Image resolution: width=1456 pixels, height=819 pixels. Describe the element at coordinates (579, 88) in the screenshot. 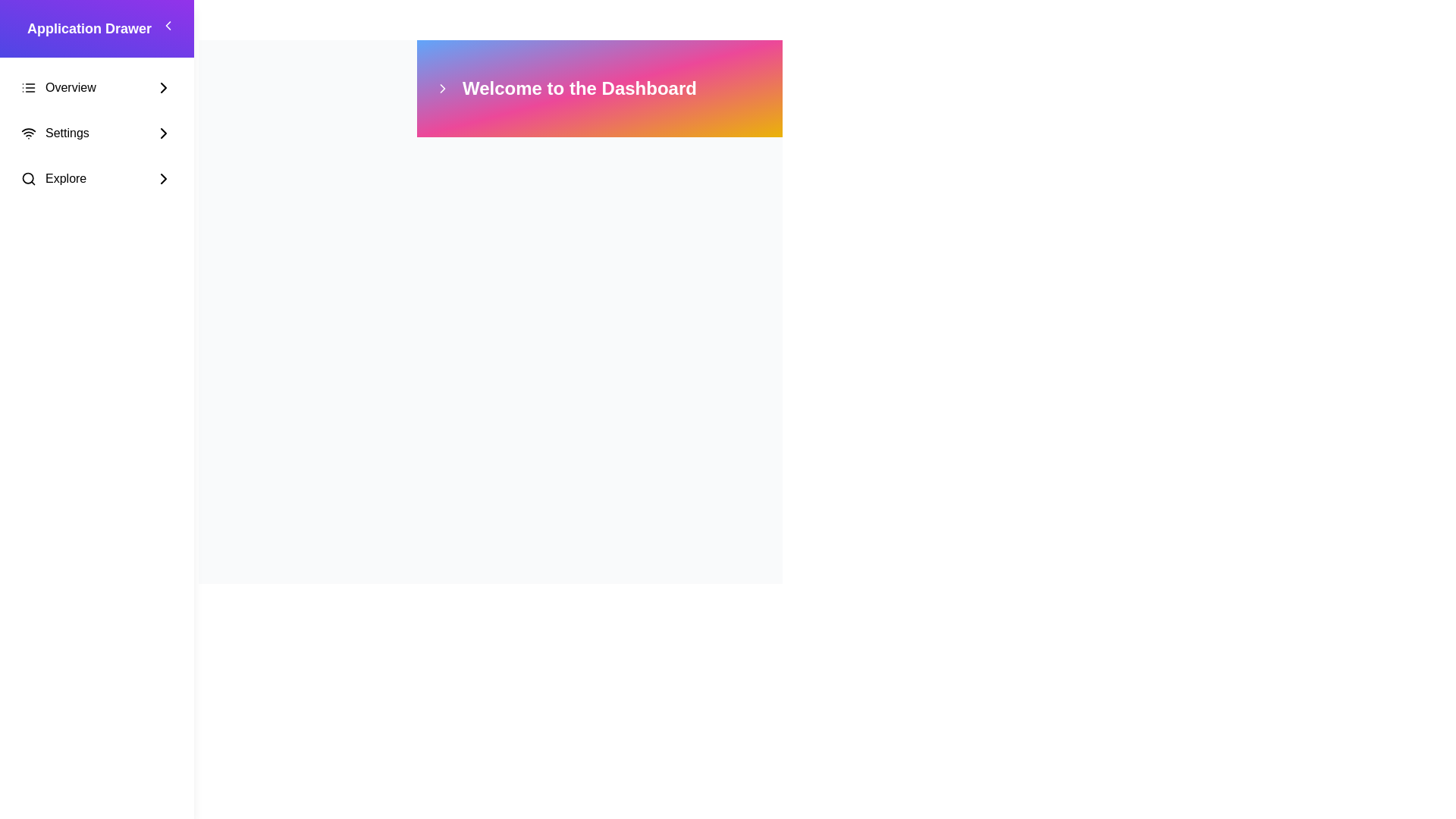

I see `the text label displaying 'Welcome to the Dashboard' which is located in the top colorful gradient section of the interface, prominently positioned against a gradient background` at that location.